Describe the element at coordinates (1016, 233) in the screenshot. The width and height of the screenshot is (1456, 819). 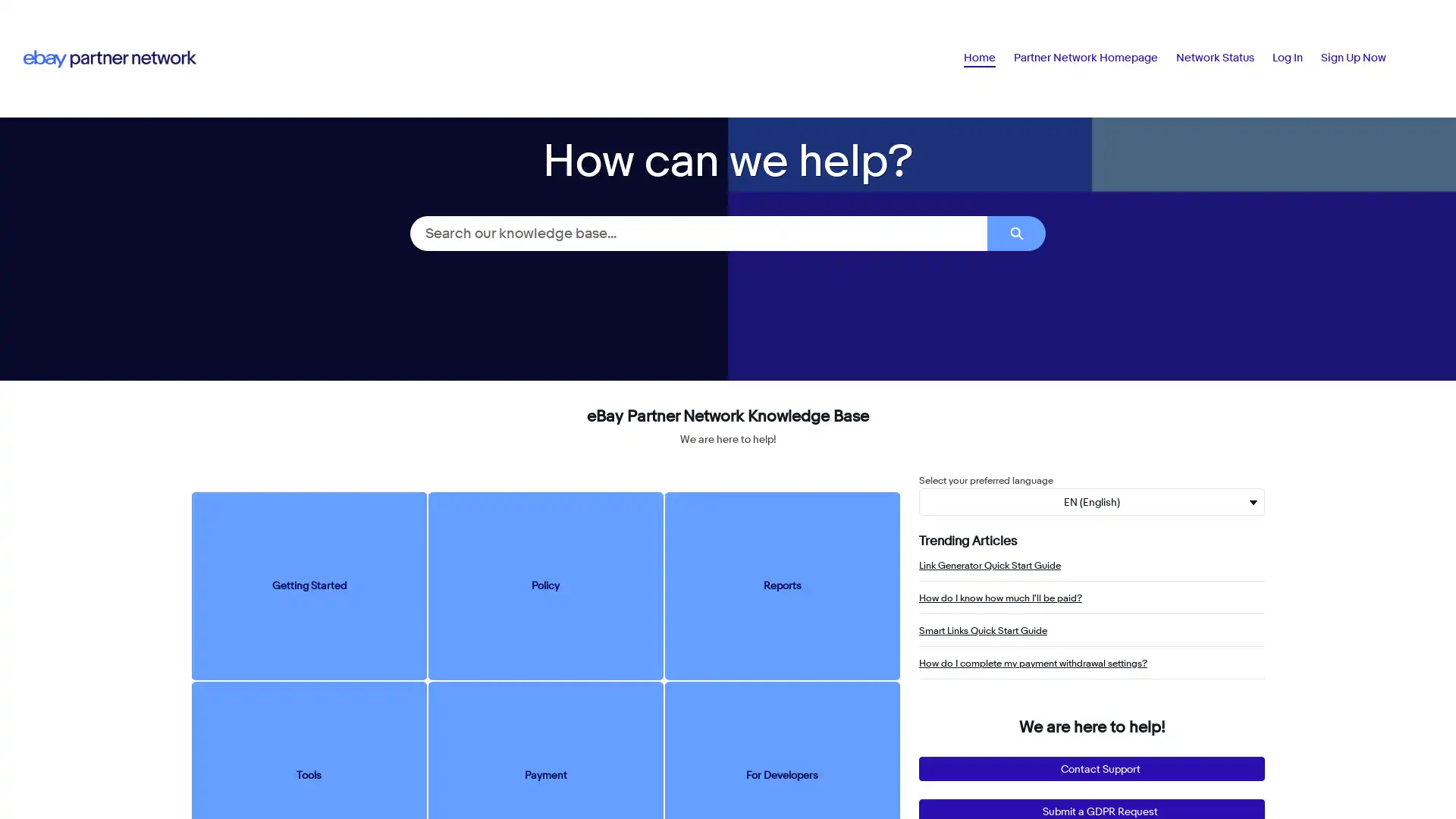
I see `Search` at that location.